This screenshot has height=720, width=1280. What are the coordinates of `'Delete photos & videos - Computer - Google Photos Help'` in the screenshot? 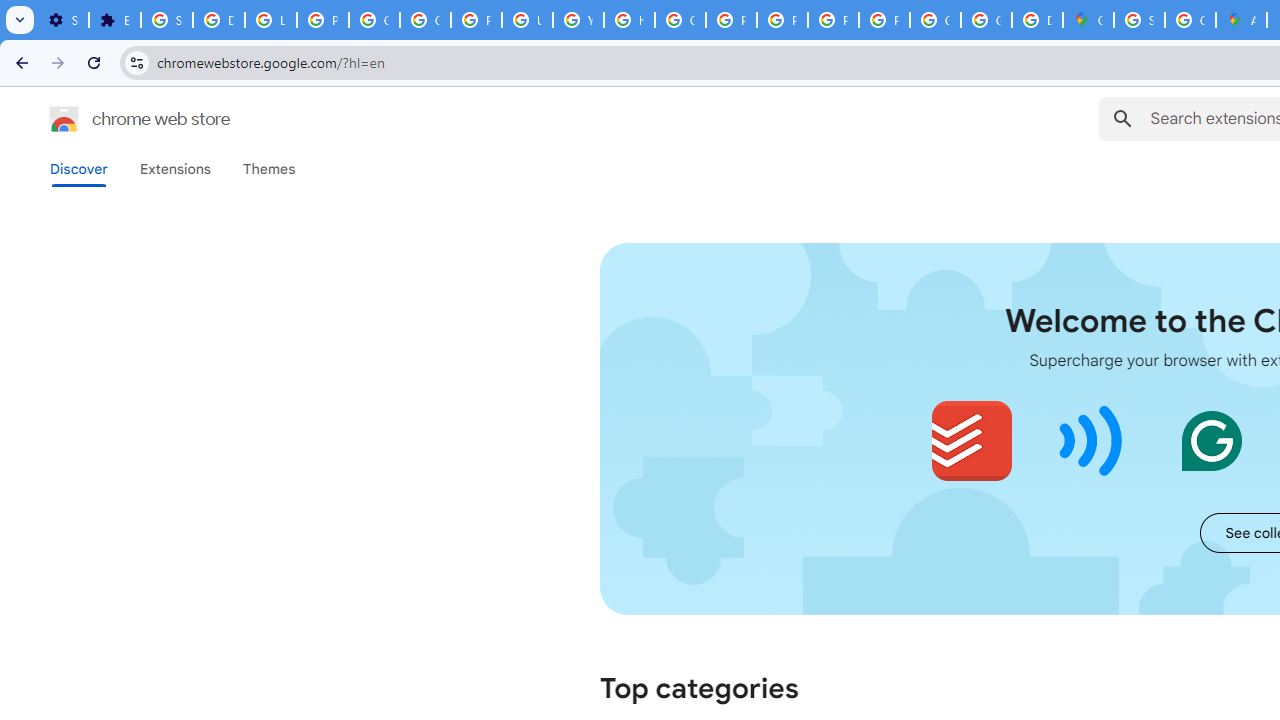 It's located at (218, 20).